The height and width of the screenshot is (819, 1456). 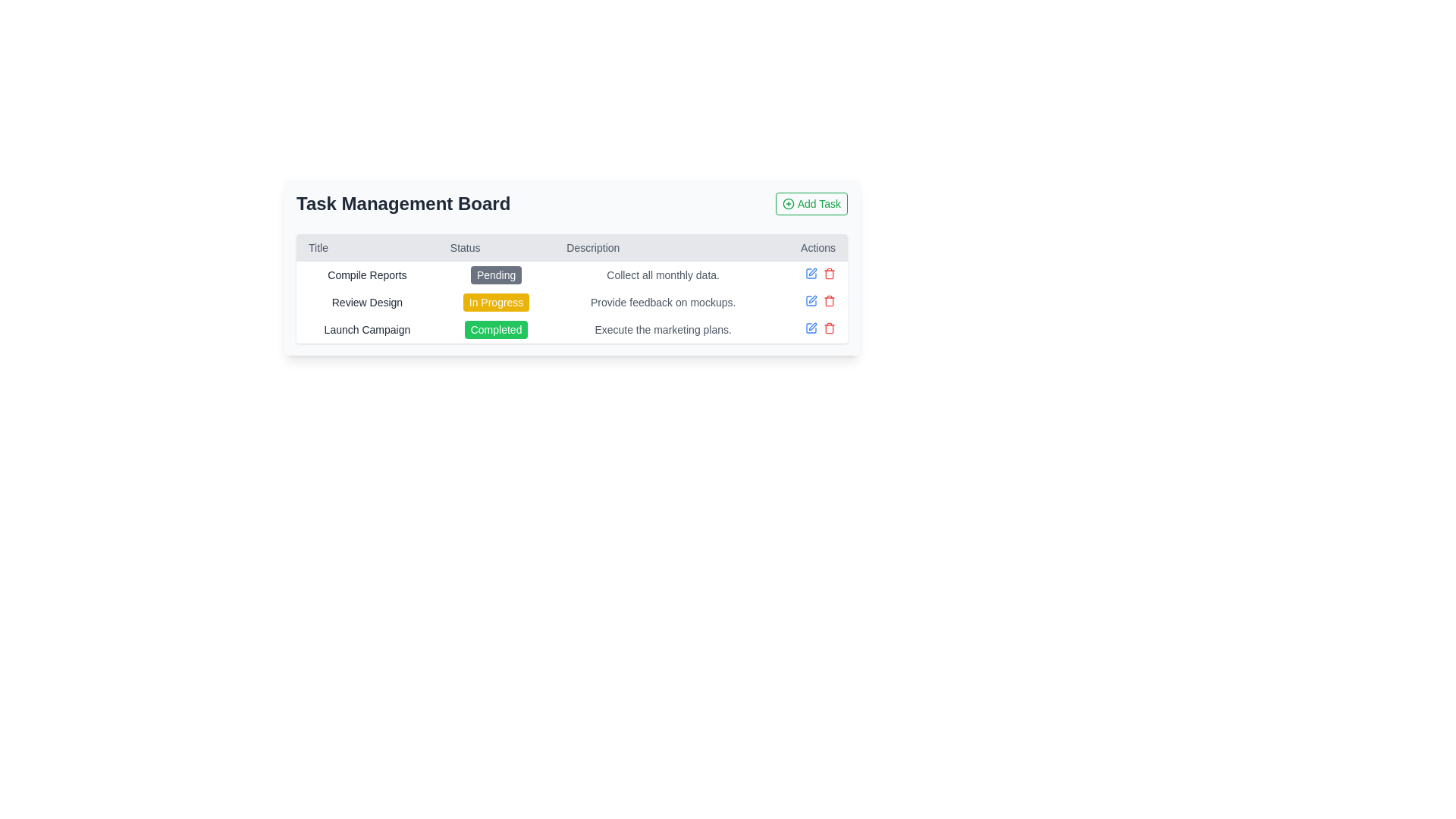 What do you see at coordinates (496, 329) in the screenshot?
I see `the rounded rectangular button-like component with a green background and white text that displays 'Completed', located under the 'Status' column associated with the 'Launch Campaign' row` at bounding box center [496, 329].